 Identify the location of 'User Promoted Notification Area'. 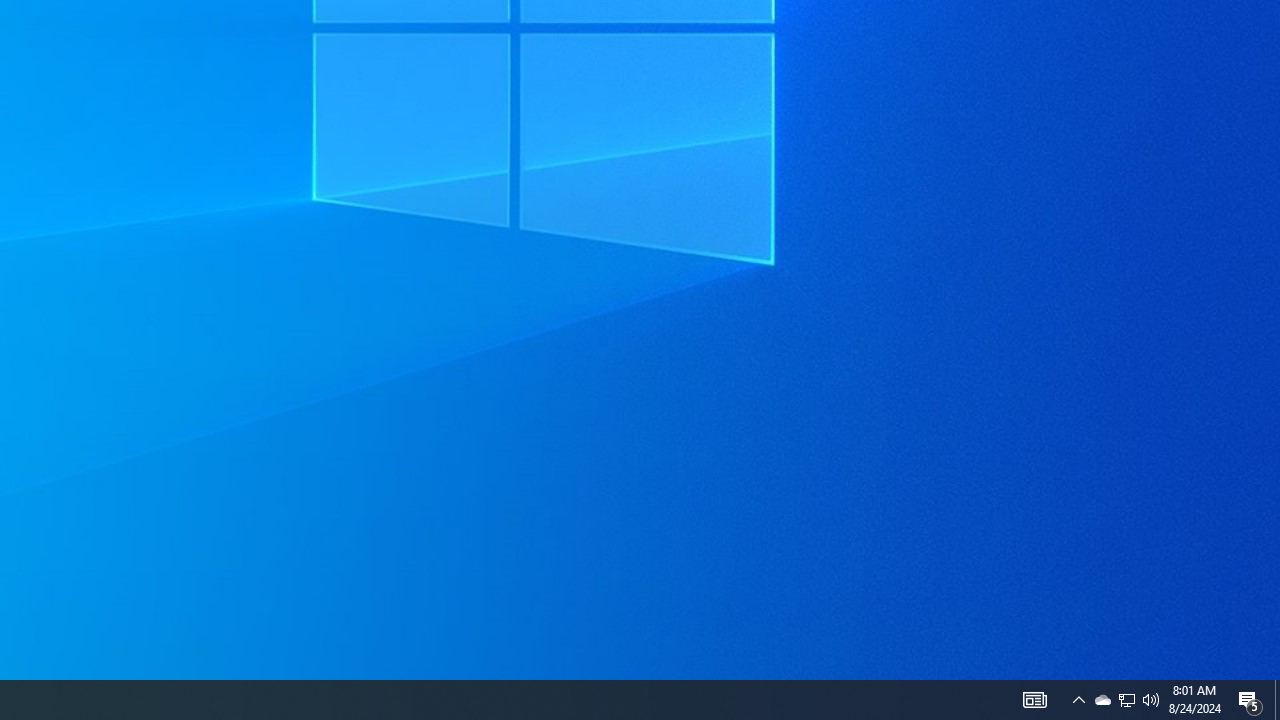
(1127, 698).